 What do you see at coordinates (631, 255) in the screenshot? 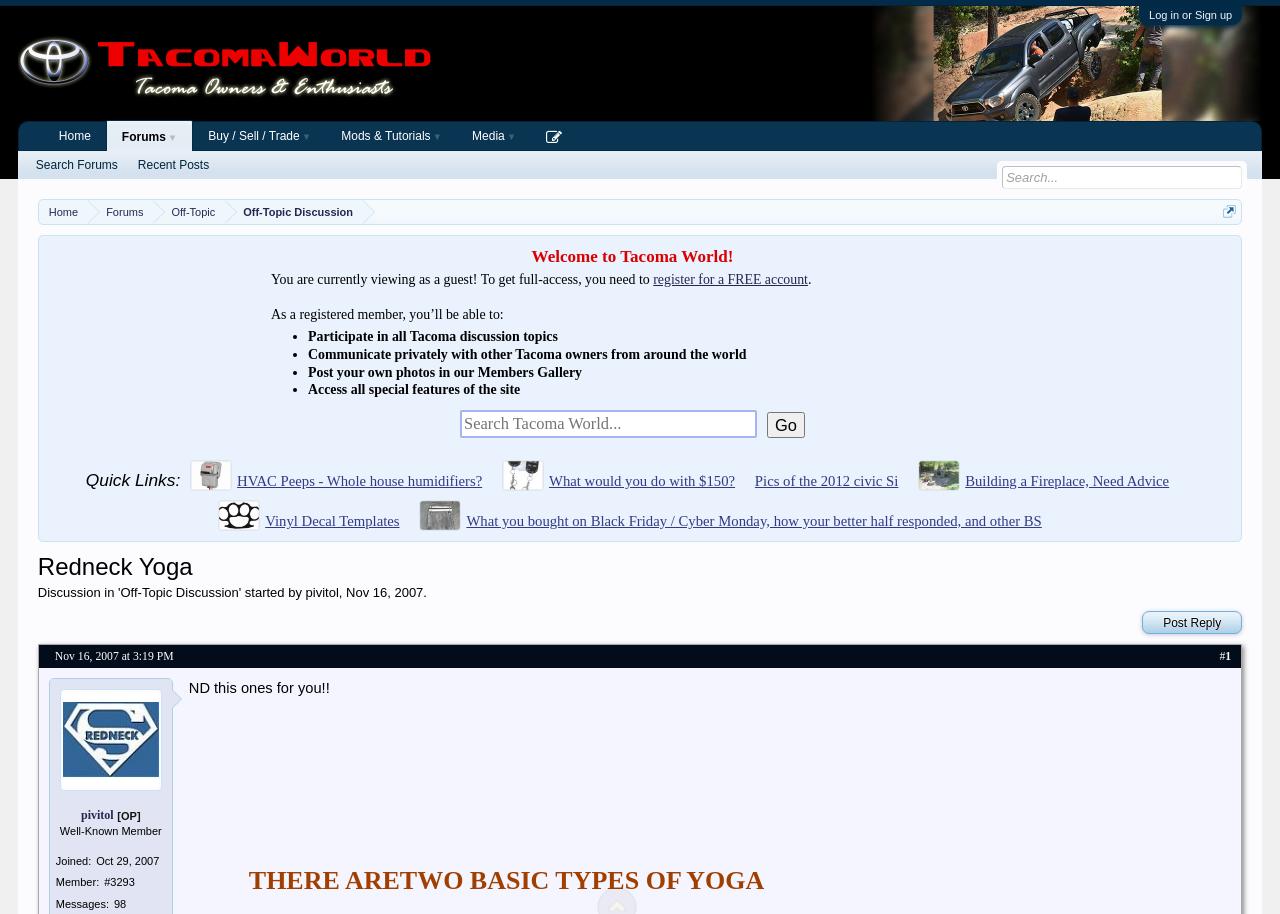
I see `'Welcome to Tacoma World!'` at bounding box center [631, 255].